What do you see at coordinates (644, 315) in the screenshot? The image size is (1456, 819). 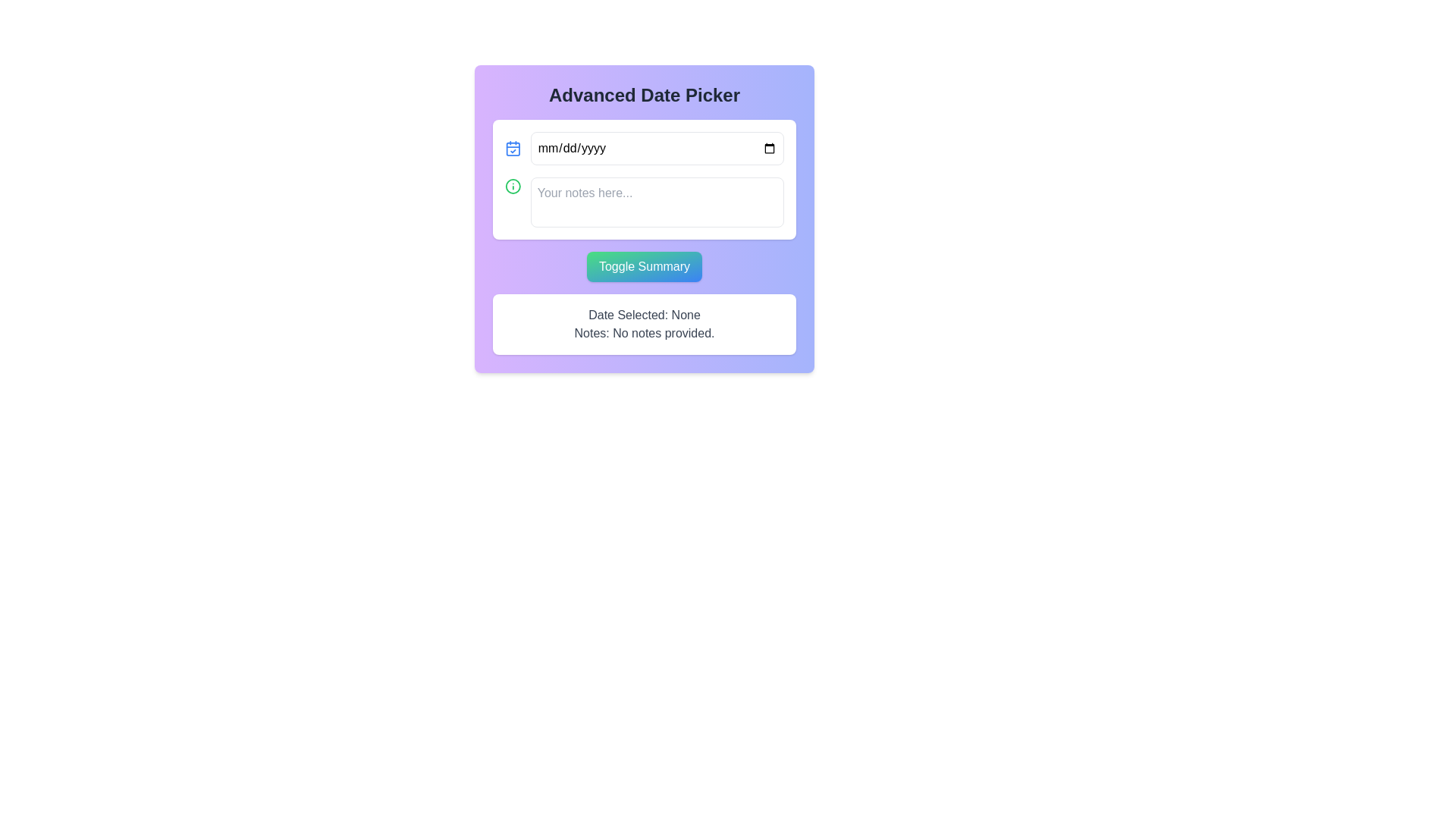 I see `the text label displaying 'Date Selected: None' located near the lower center of the interface` at bounding box center [644, 315].